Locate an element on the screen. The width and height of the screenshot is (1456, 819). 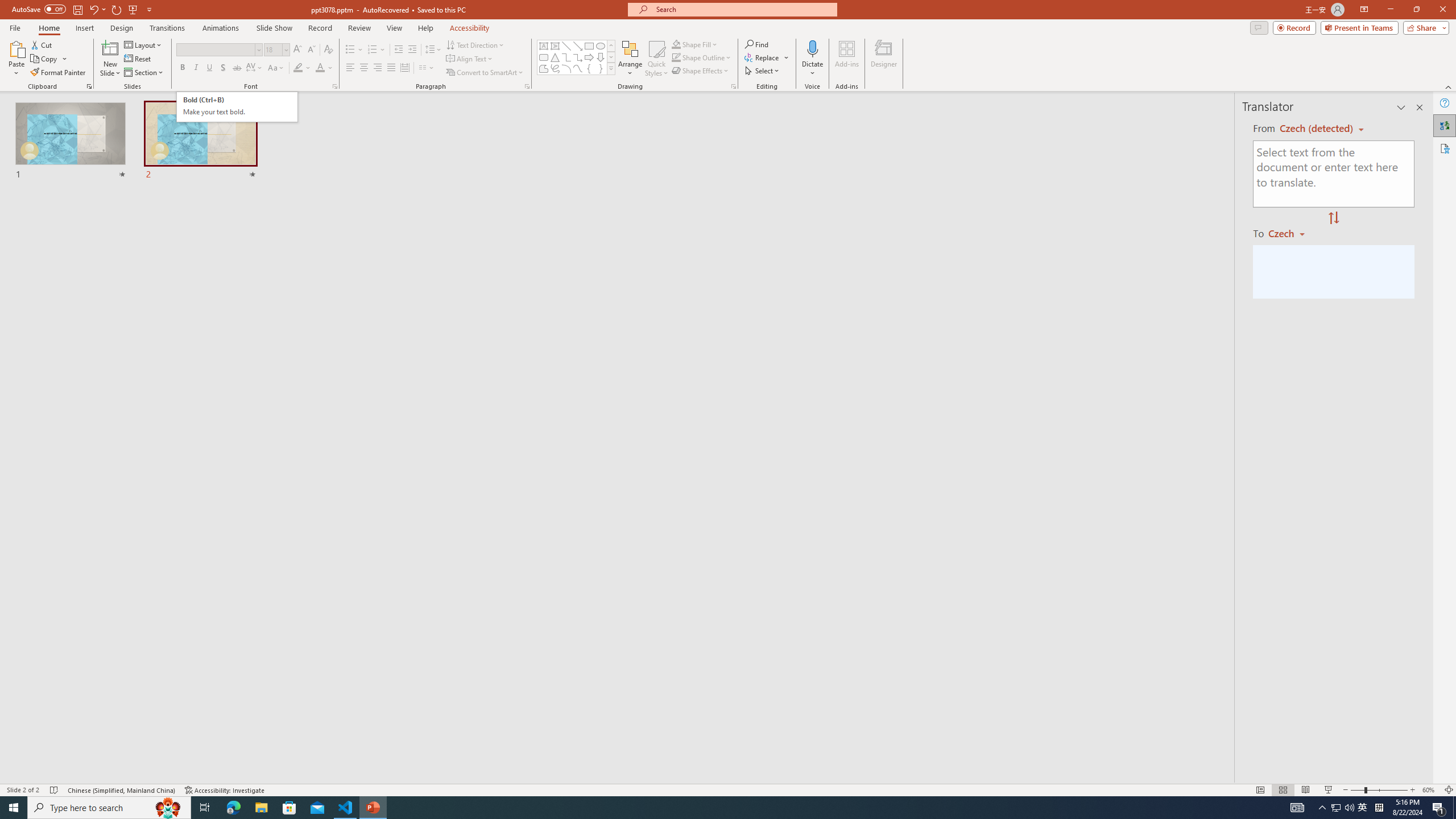
'Italic' is located at coordinates (195, 67).